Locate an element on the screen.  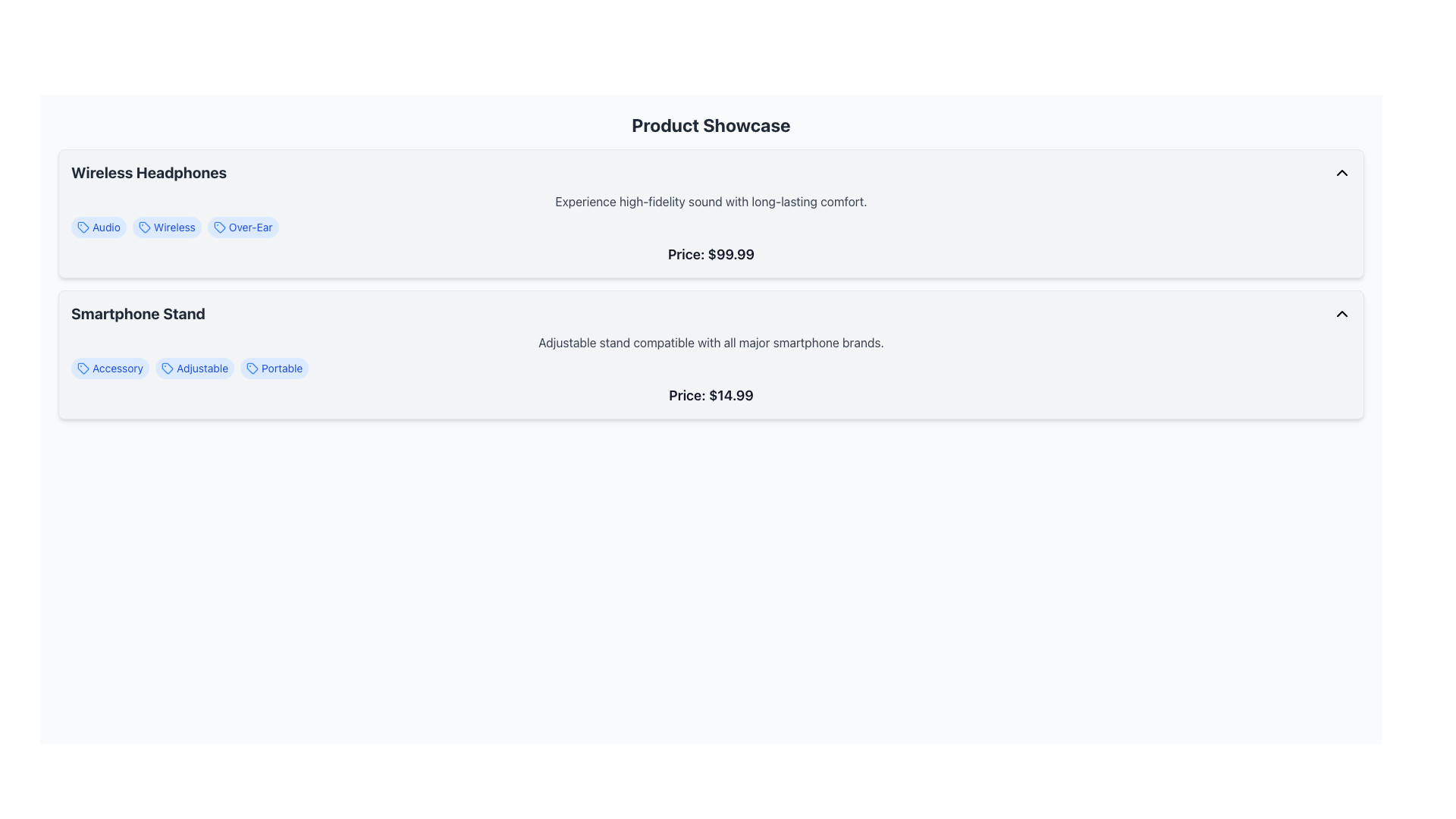
the adjustable icon, which is located to the left of the text 'Adjustable' in a group of elements labeled 'Accessory', 'Adjustable', and 'Portable' is located at coordinates (168, 369).